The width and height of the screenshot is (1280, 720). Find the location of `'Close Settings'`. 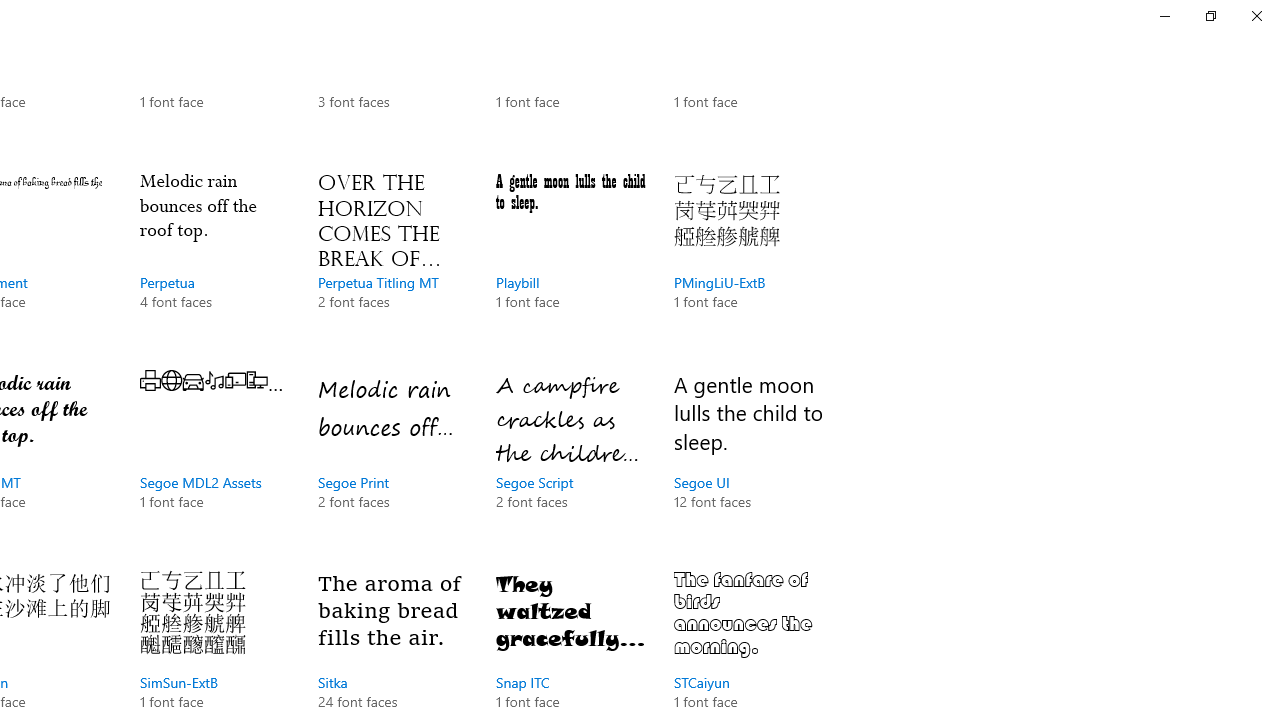

'Close Settings' is located at coordinates (1255, 15).